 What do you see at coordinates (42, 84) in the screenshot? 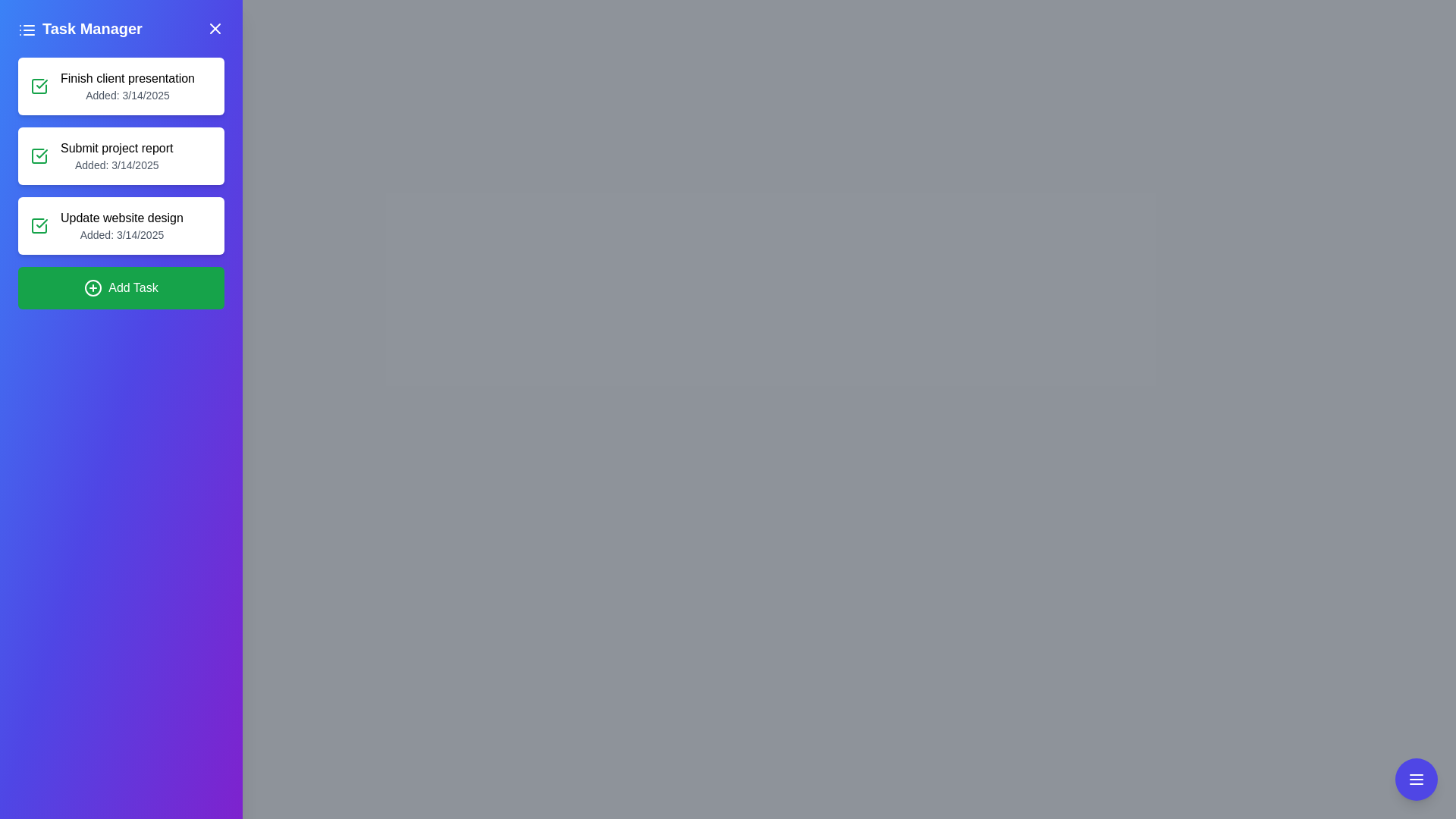
I see `the checkmark icon that indicates the completion of the task next to 'Update website design' in the task list` at bounding box center [42, 84].